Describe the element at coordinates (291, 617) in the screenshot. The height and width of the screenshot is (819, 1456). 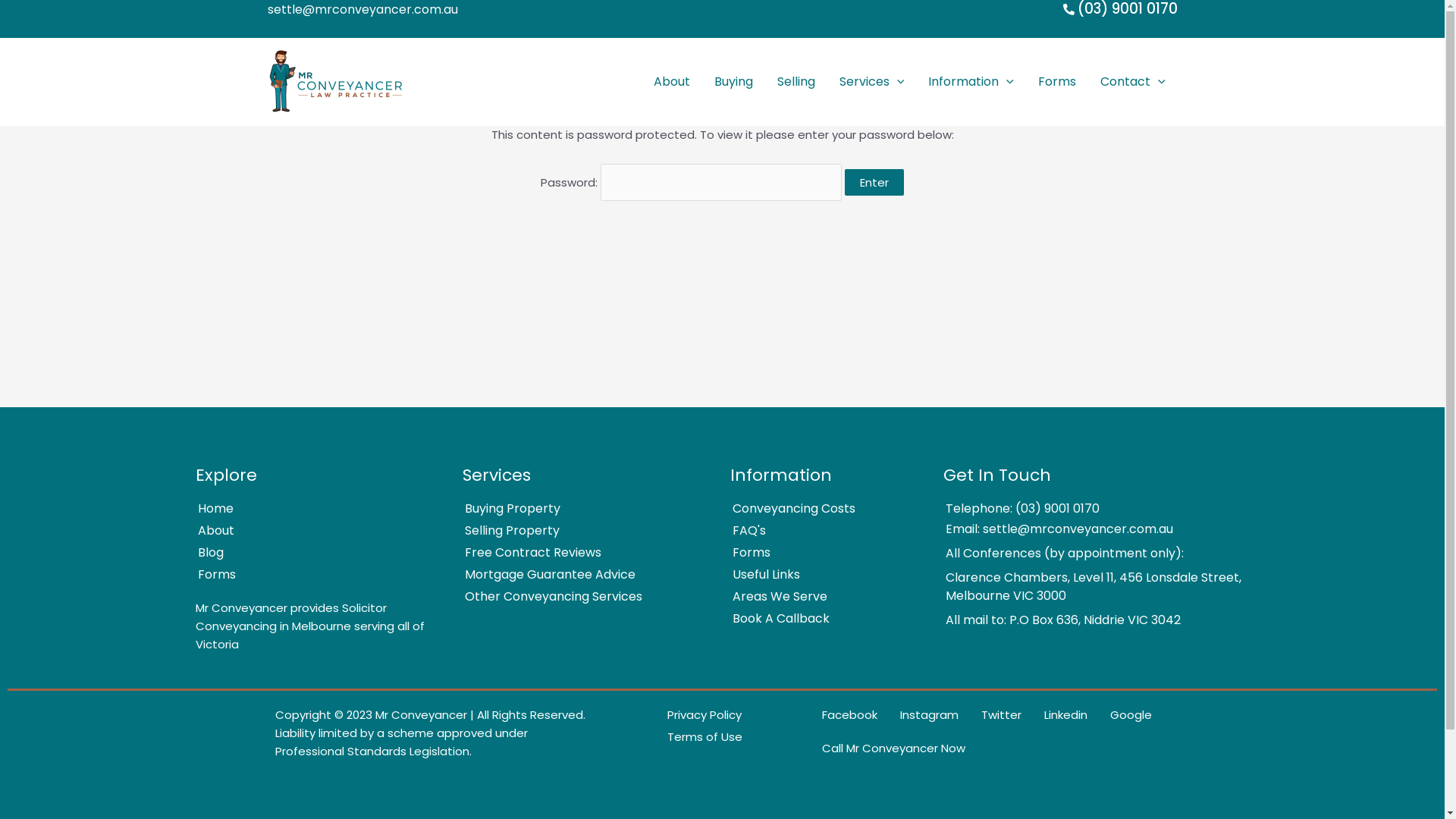
I see `'Solicitor Conveyancing in Melbourne'` at that location.